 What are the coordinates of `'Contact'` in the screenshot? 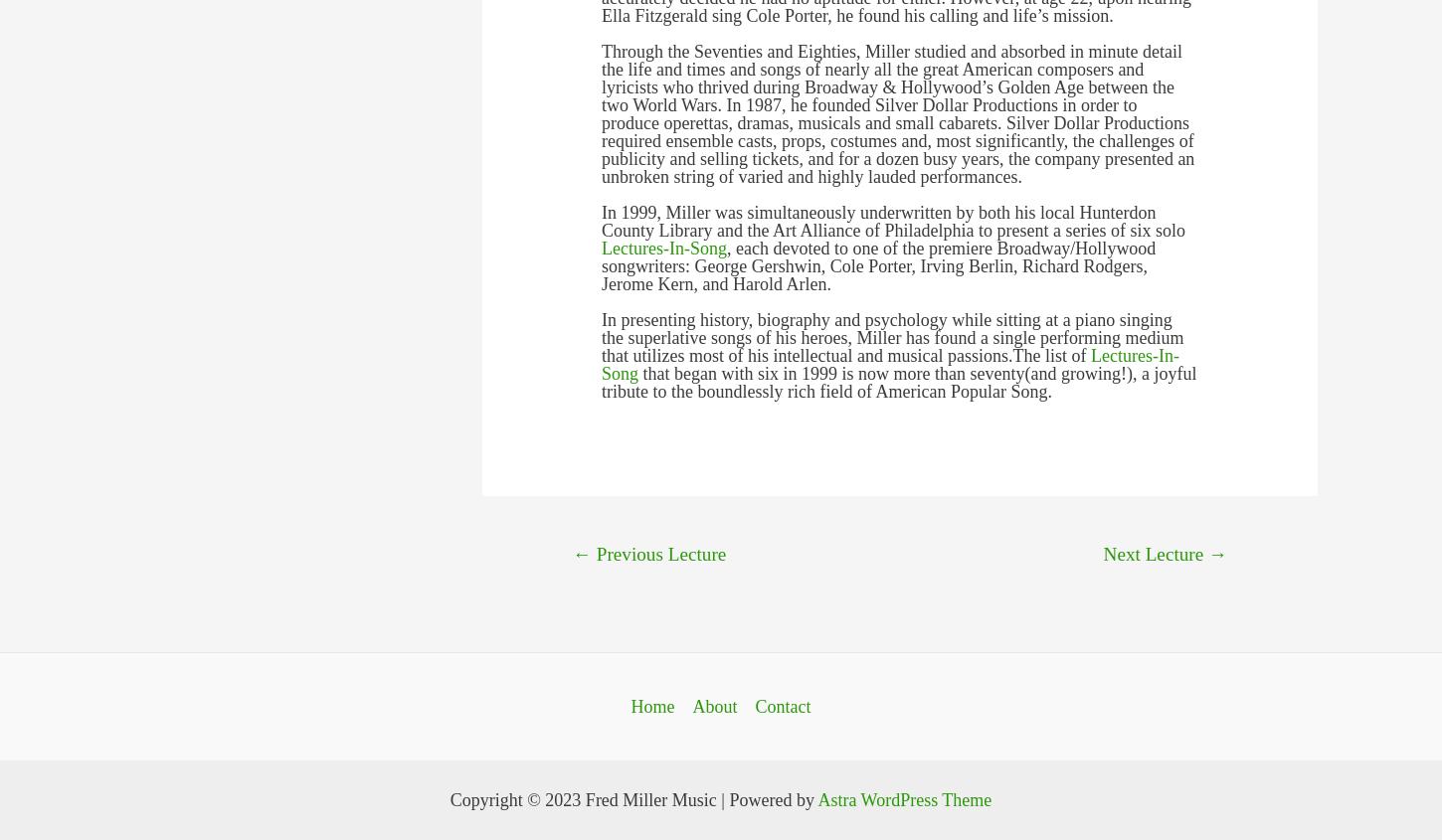 It's located at (783, 705).